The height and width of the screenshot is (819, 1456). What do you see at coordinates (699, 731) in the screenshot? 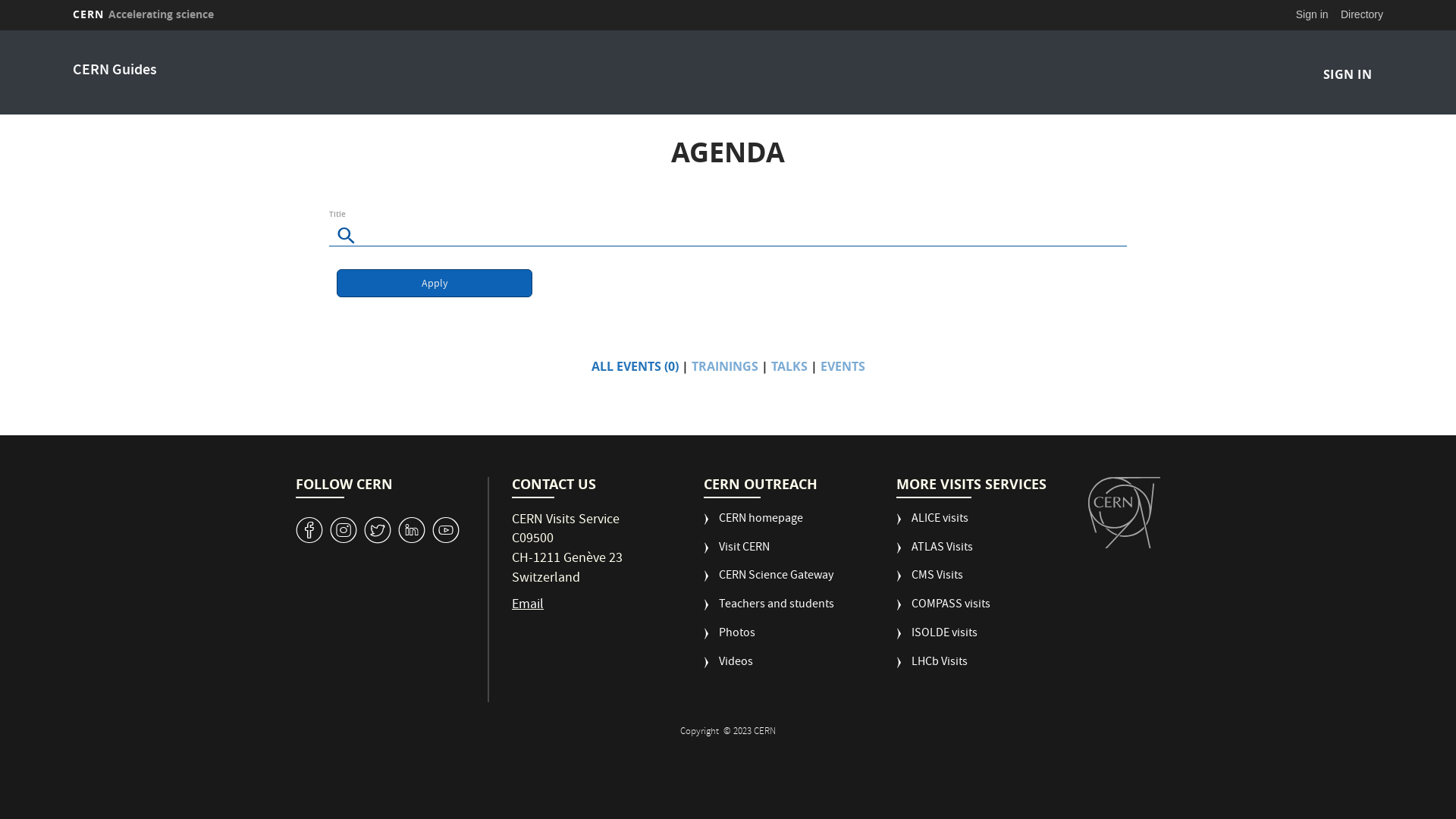
I see `'Copyright'` at bounding box center [699, 731].